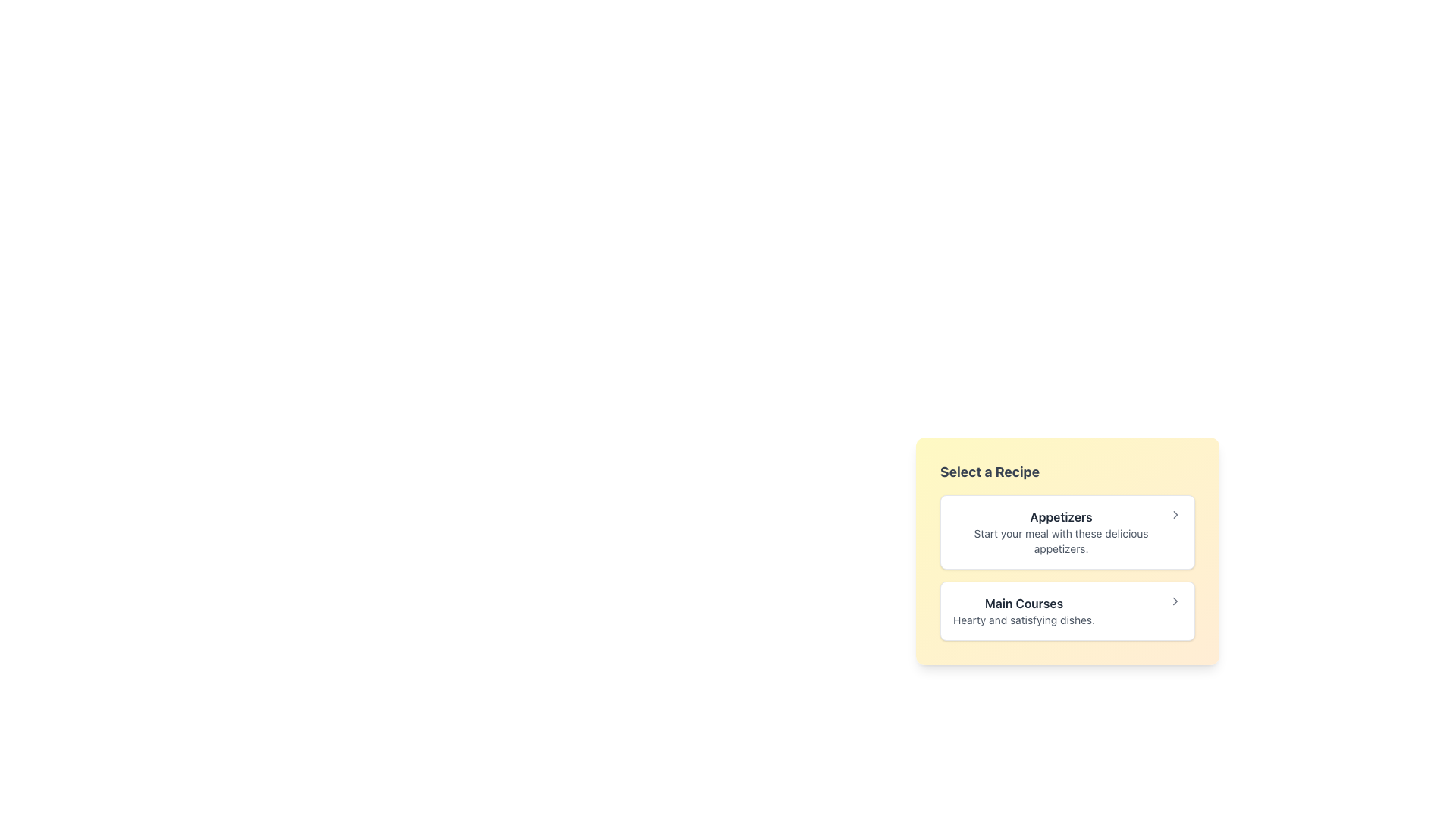  Describe the element at coordinates (1175, 601) in the screenshot. I see `the small gray chevron-shaped arrow icon located on the far right of the 'Main Courses' section` at that location.